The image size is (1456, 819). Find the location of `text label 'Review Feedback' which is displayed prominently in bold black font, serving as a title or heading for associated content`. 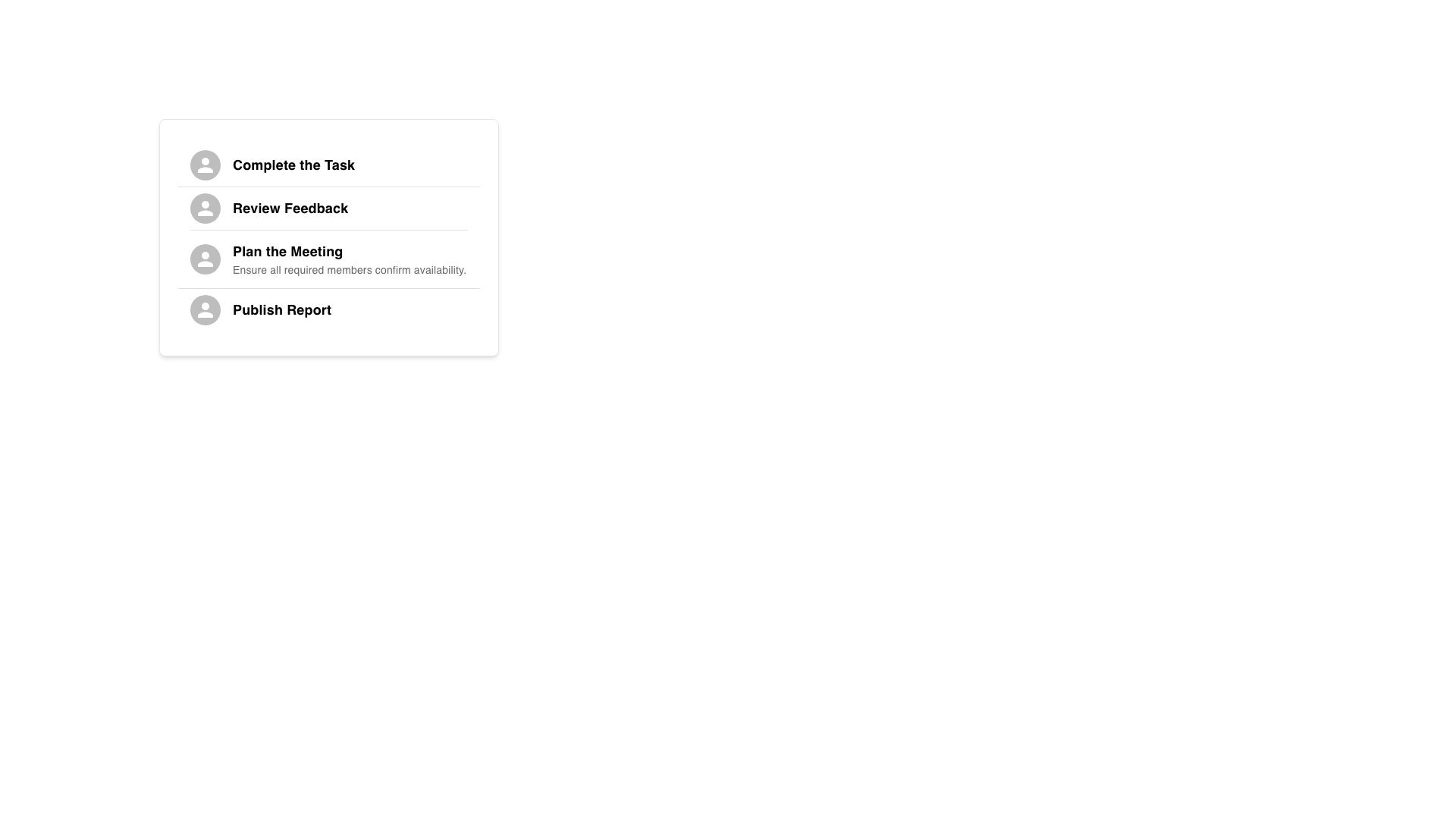

text label 'Review Feedback' which is displayed prominently in bold black font, serving as a title or heading for associated content is located at coordinates (290, 208).